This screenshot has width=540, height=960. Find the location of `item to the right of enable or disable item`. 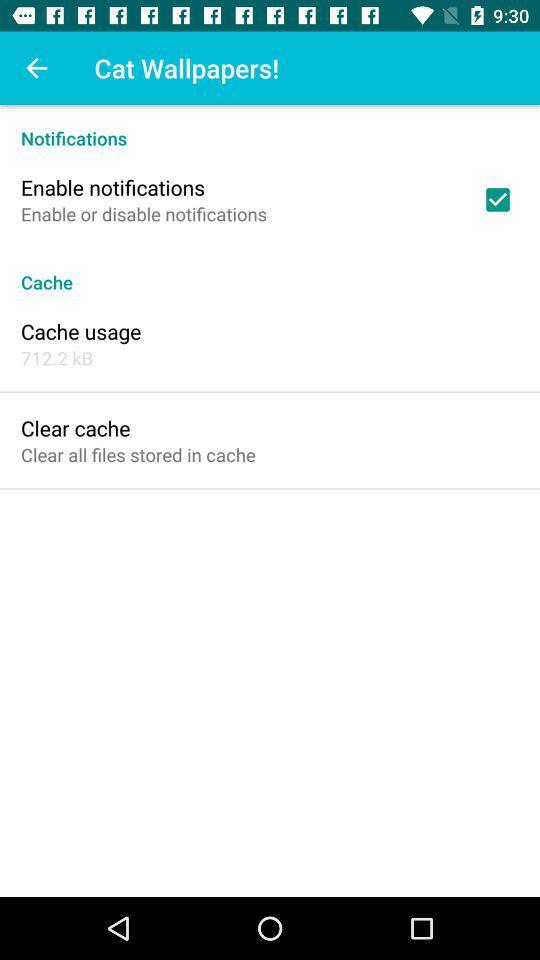

item to the right of enable or disable item is located at coordinates (496, 199).